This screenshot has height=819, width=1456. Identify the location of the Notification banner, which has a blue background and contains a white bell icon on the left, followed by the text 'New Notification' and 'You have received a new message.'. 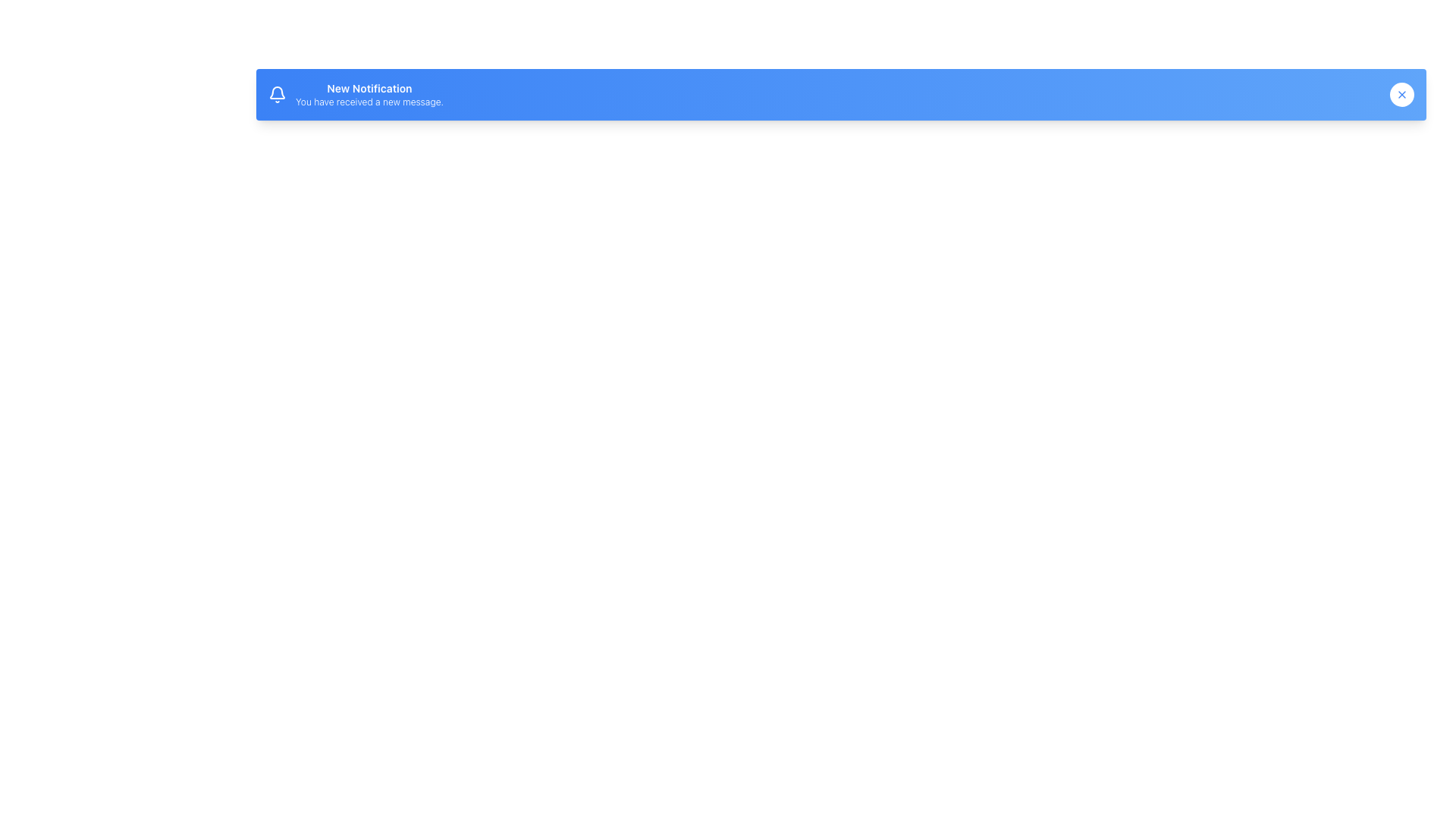
(355, 94).